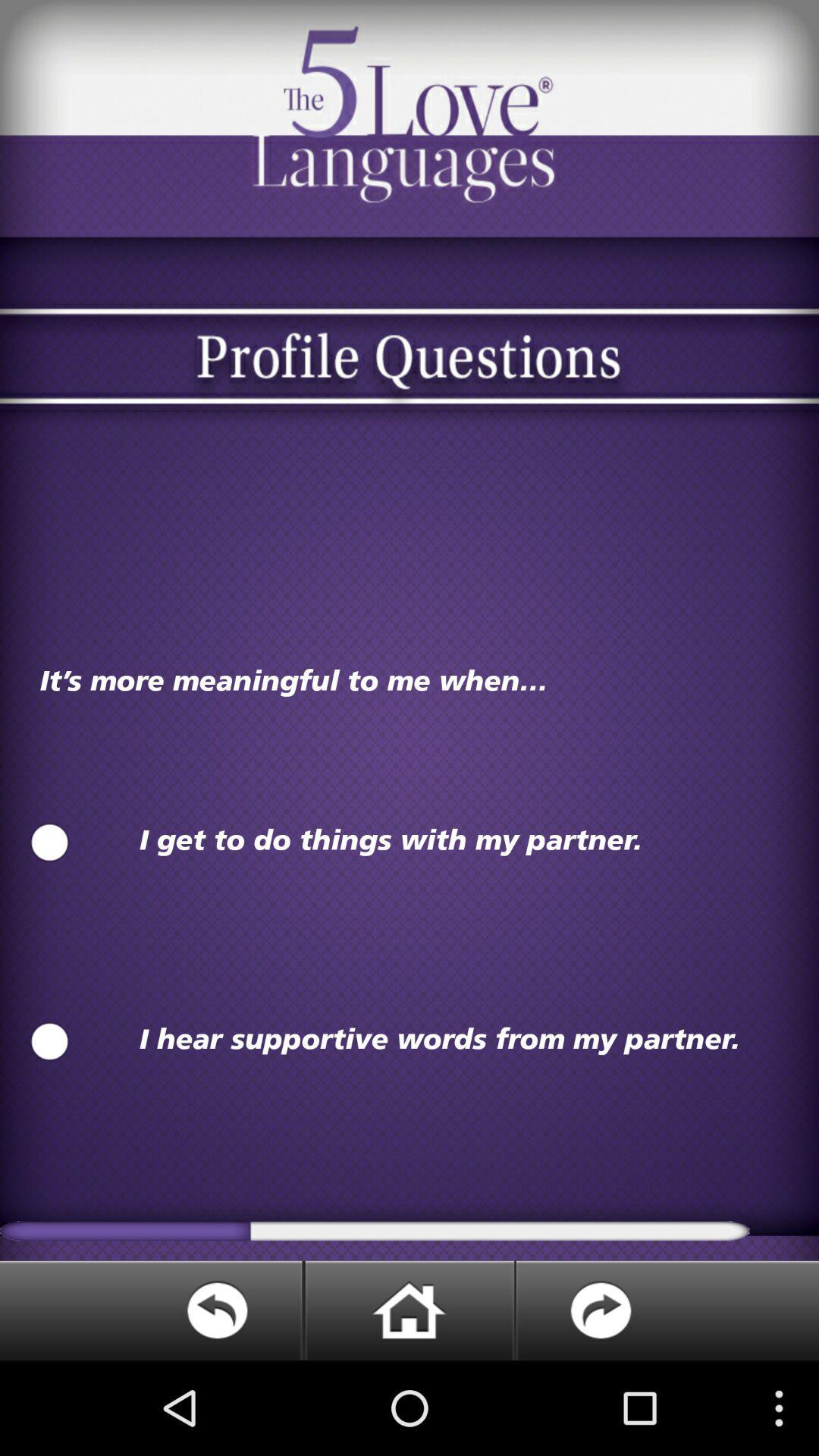  I want to click on go back, so click(151, 1310).